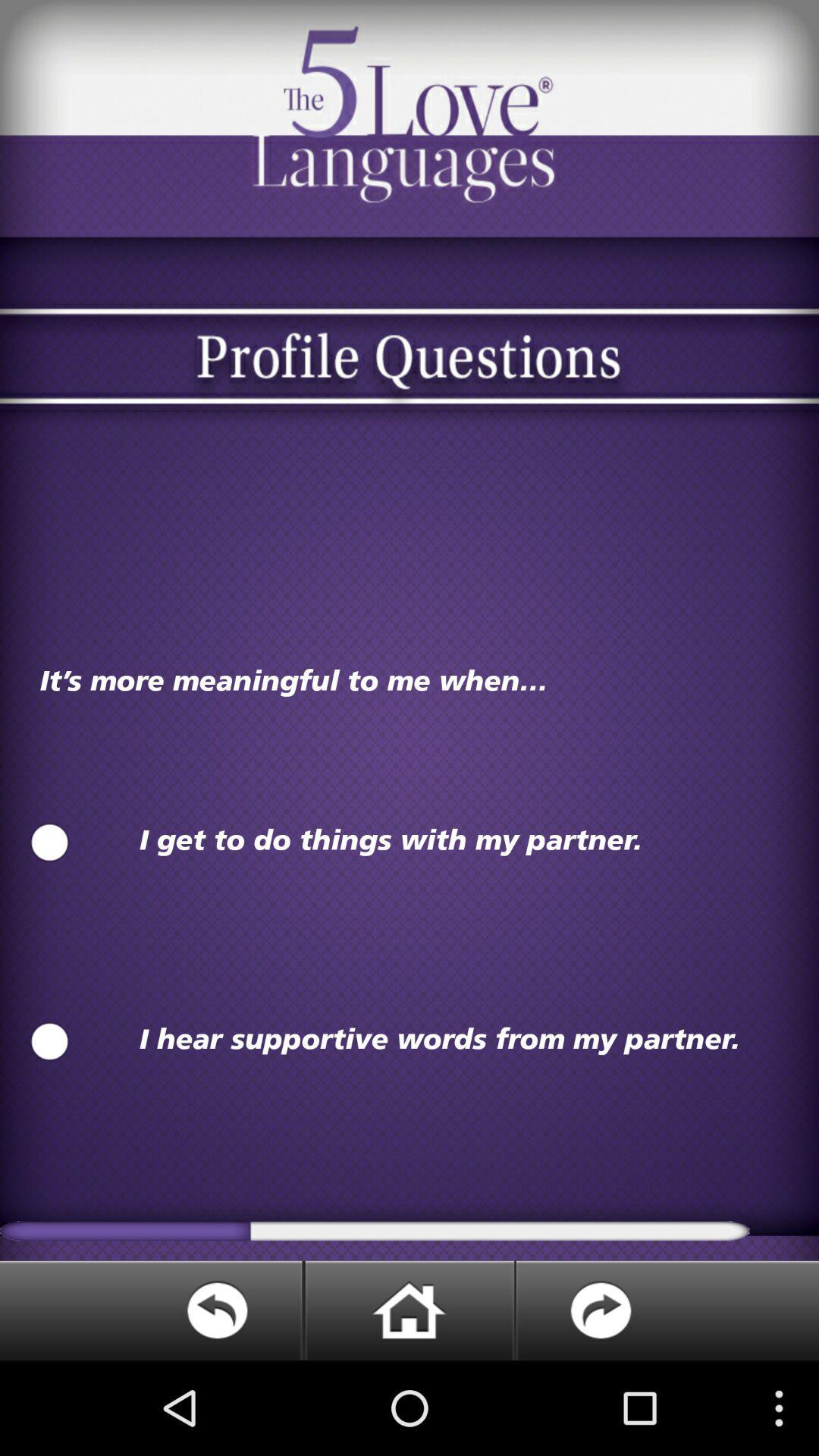  I want to click on go back, so click(151, 1310).